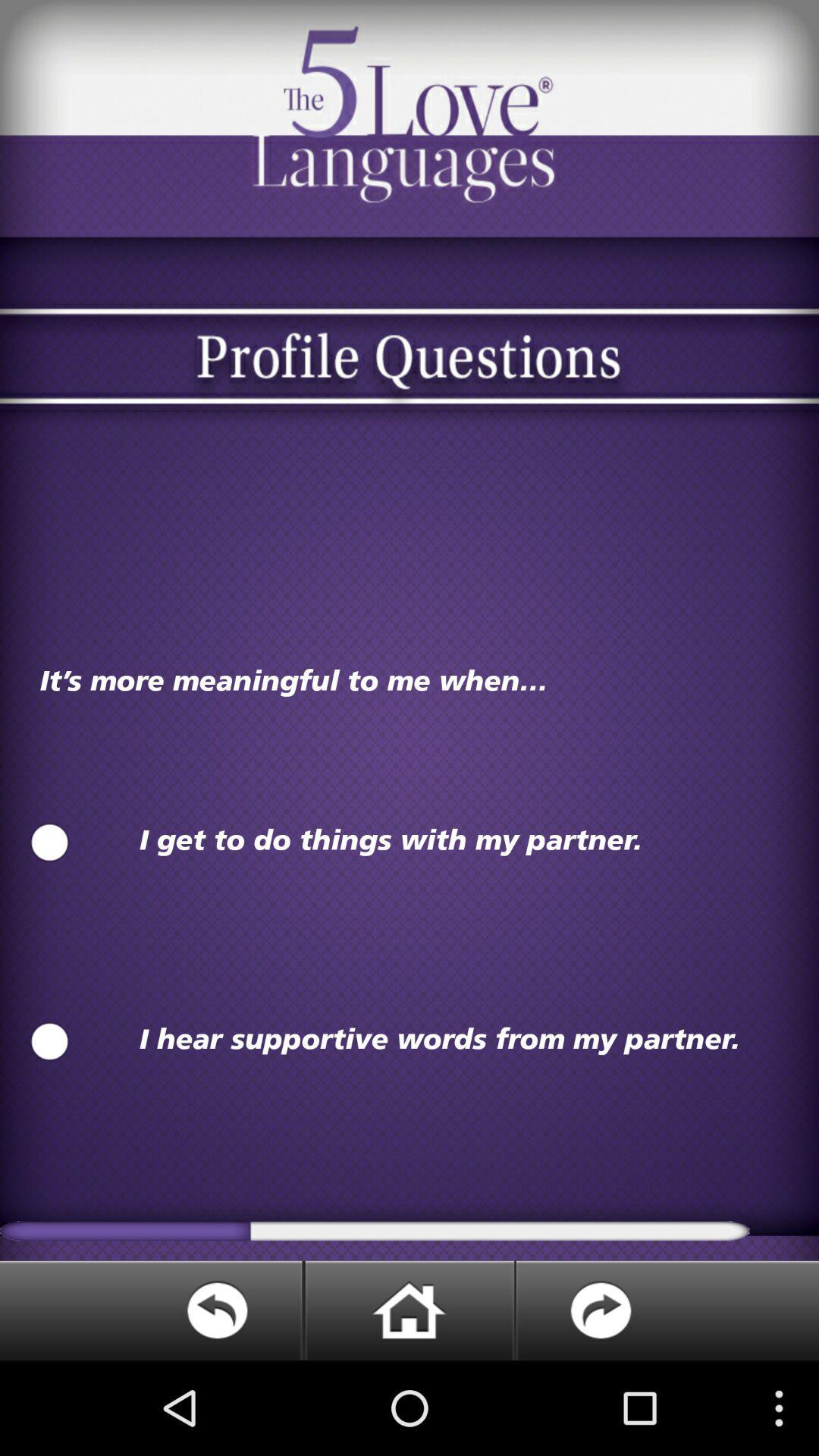  I want to click on go back, so click(151, 1310).